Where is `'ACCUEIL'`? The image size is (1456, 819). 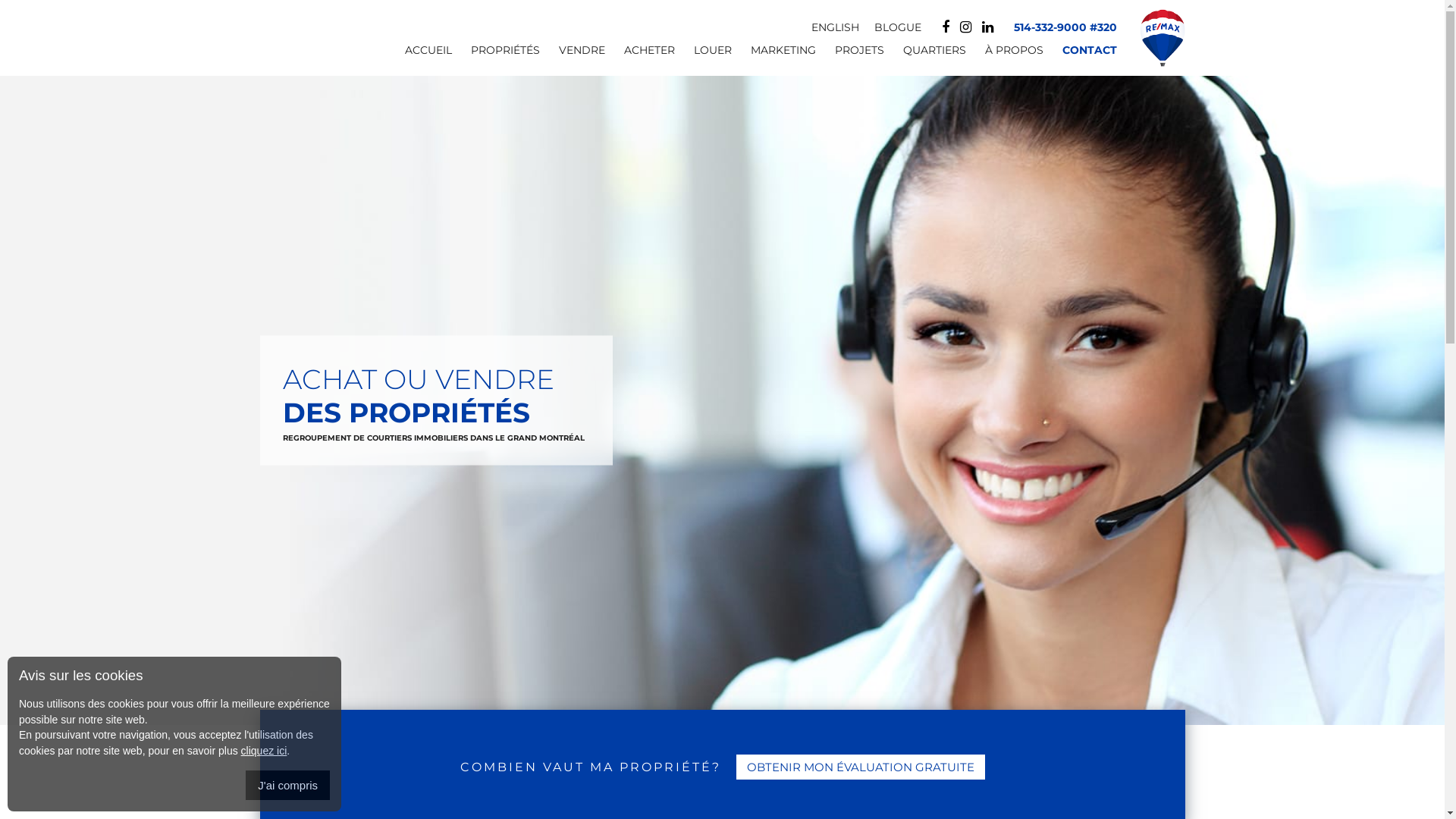
'ACCUEIL' is located at coordinates (418, 55).